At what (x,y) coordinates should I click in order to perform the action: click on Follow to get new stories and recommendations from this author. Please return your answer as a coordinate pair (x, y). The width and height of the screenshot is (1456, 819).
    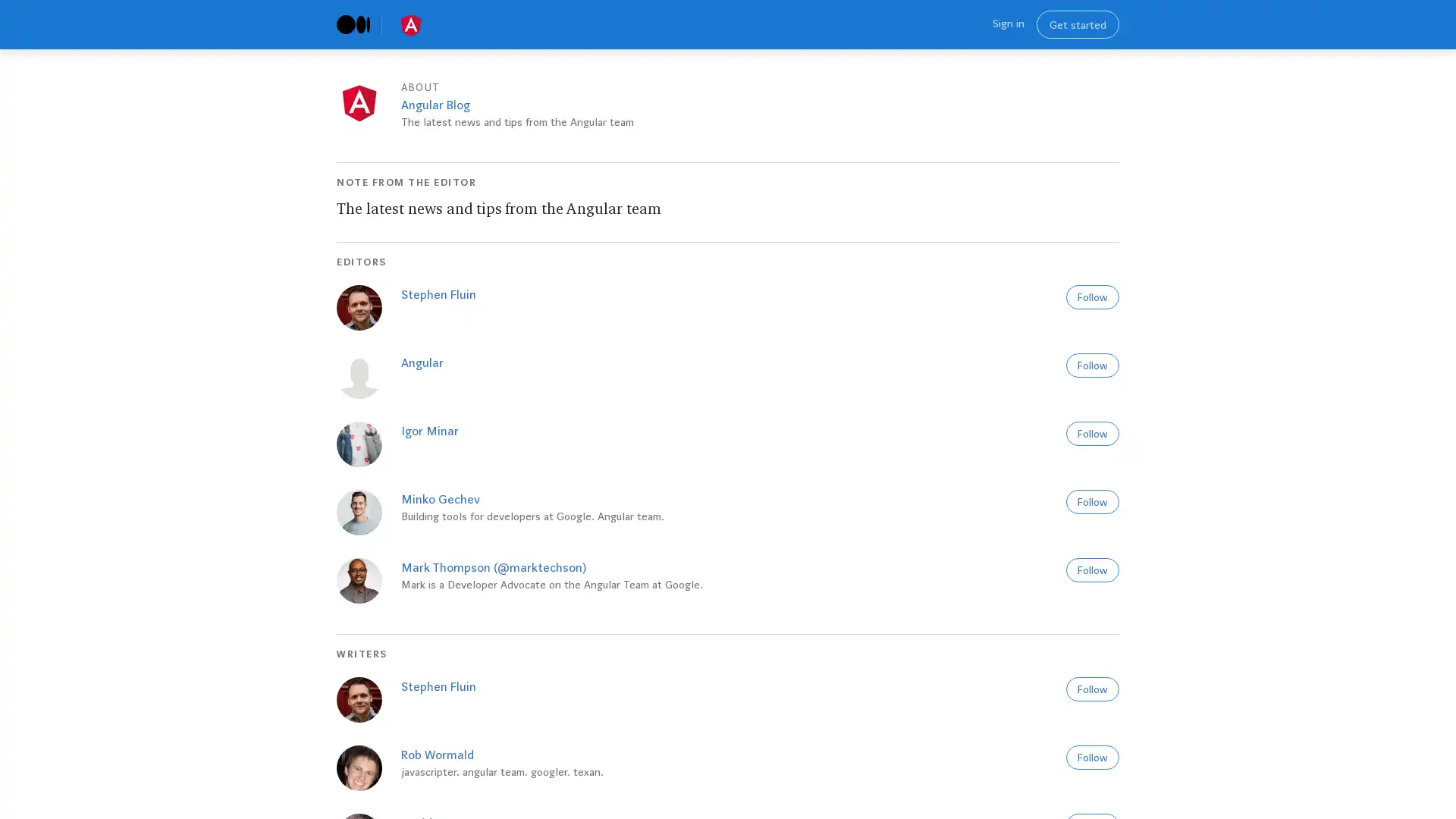
    Looking at the image, I should click on (1092, 500).